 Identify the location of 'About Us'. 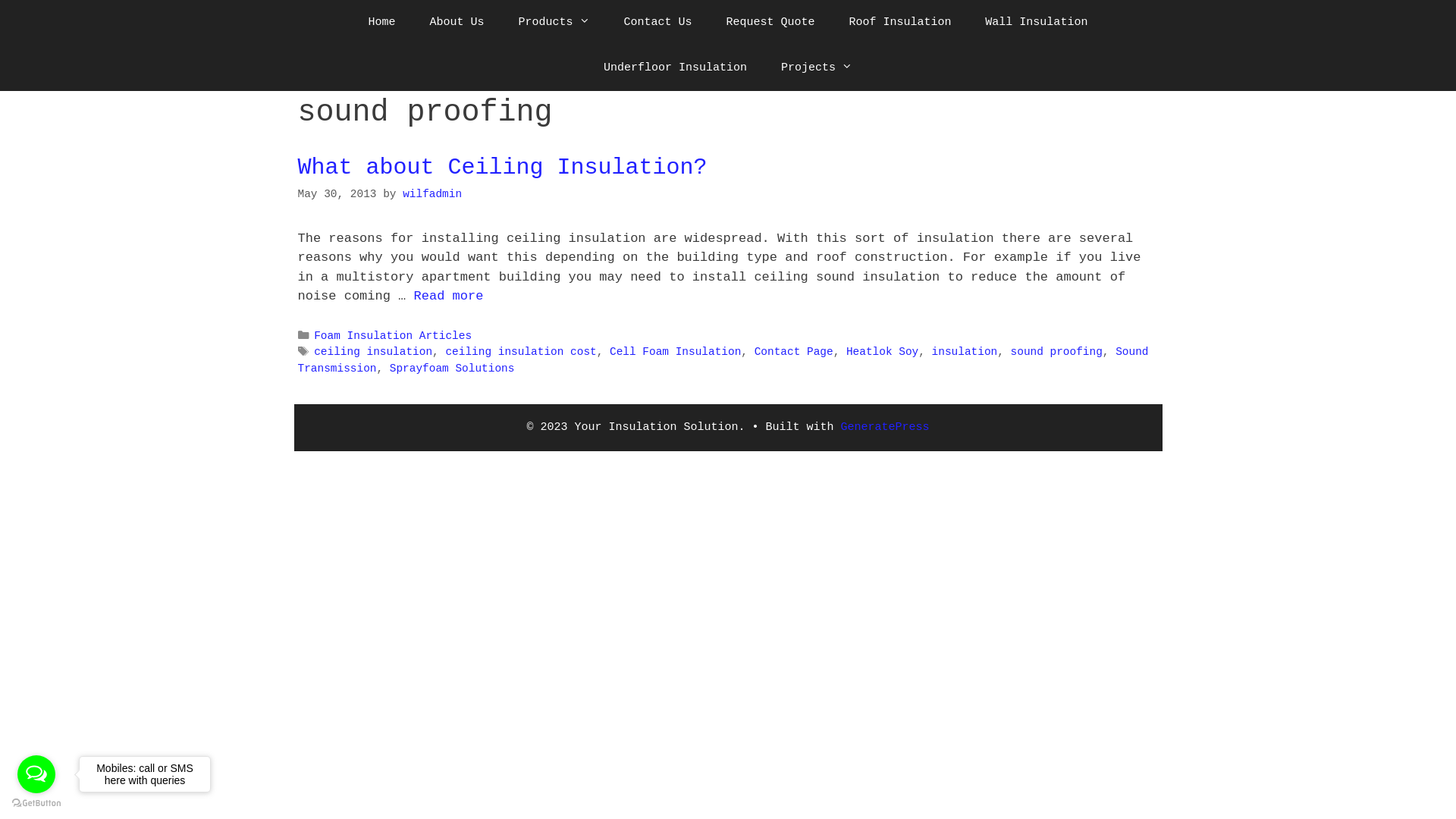
(457, 23).